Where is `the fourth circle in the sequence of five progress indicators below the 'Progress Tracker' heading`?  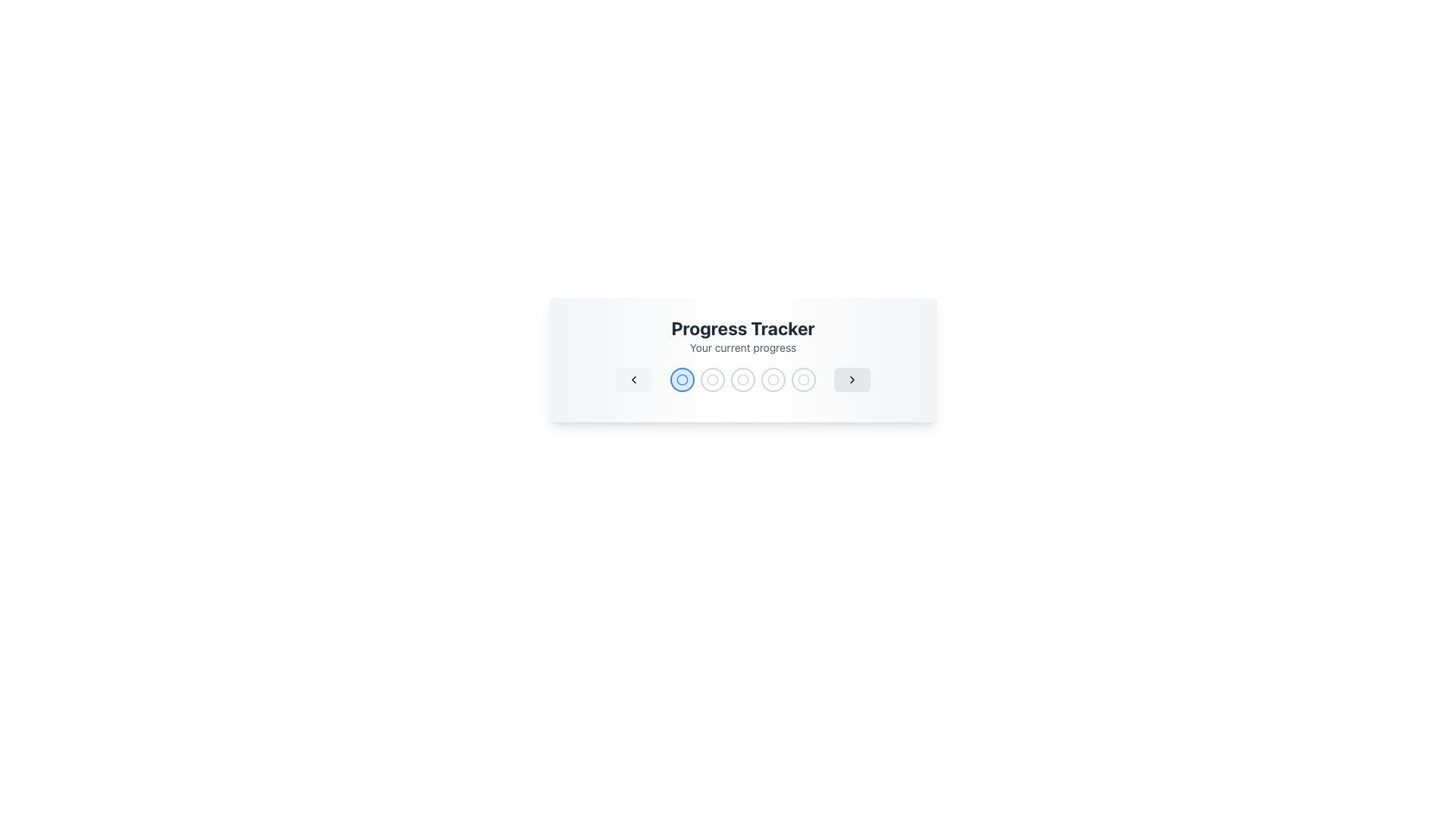 the fourth circle in the sequence of five progress indicators below the 'Progress Tracker' heading is located at coordinates (742, 379).